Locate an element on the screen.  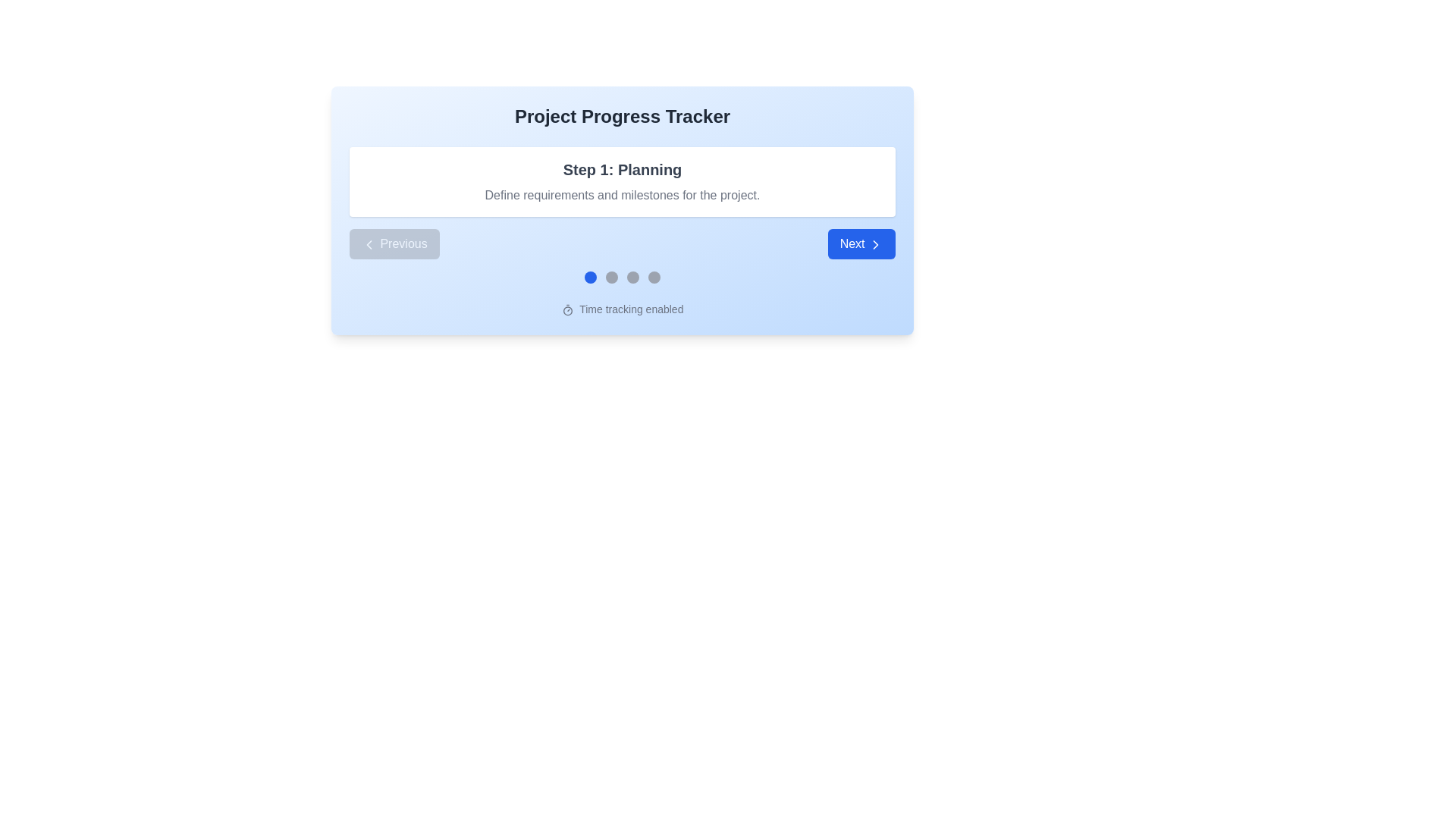
the navigational icon located on the blue 'Next' button adjacent to the 'Next' label is located at coordinates (876, 243).